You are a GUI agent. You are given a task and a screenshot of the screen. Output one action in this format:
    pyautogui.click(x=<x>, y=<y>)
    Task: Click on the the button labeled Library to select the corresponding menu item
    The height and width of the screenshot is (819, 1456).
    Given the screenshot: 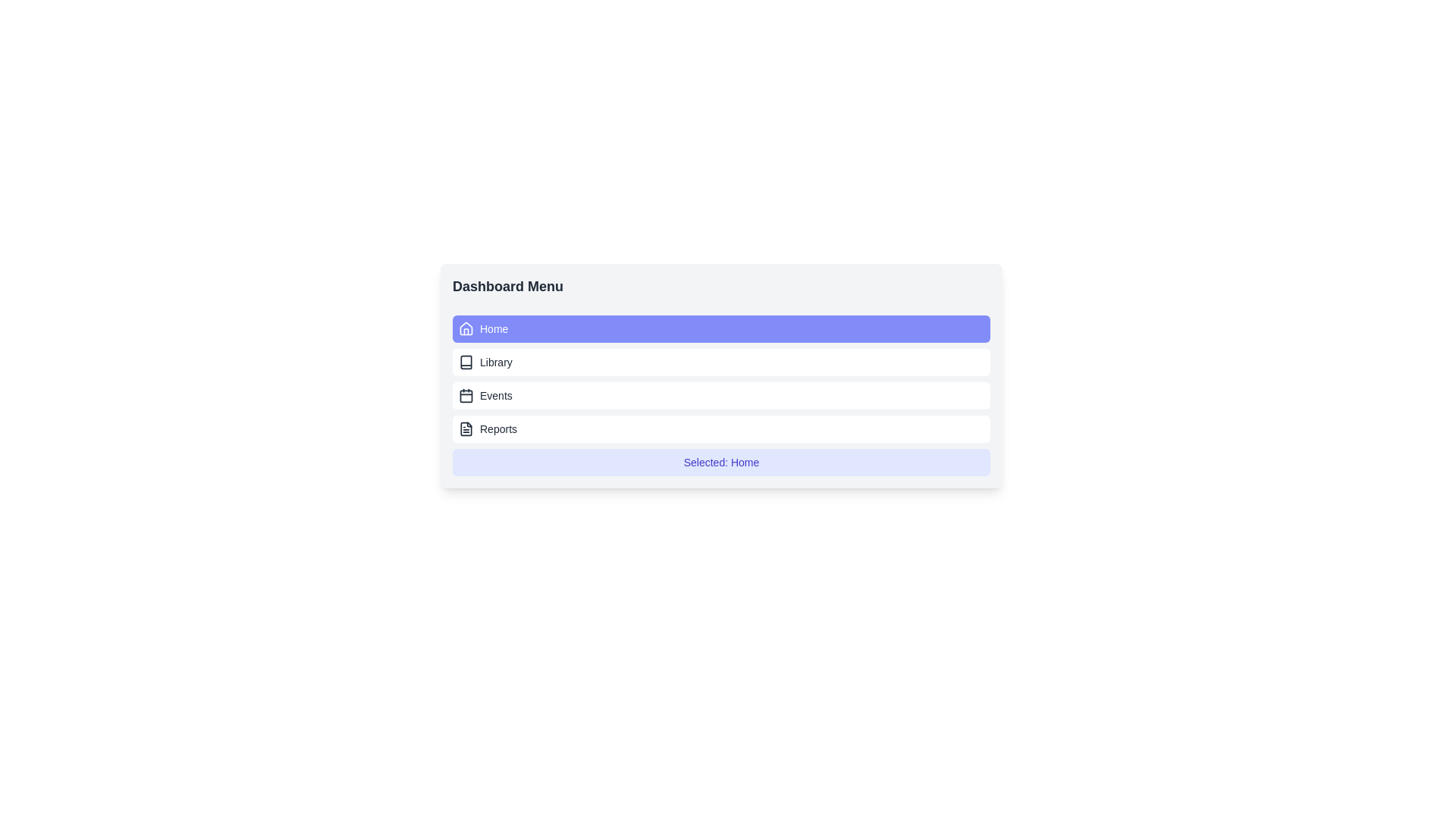 What is the action you would take?
    pyautogui.click(x=720, y=362)
    